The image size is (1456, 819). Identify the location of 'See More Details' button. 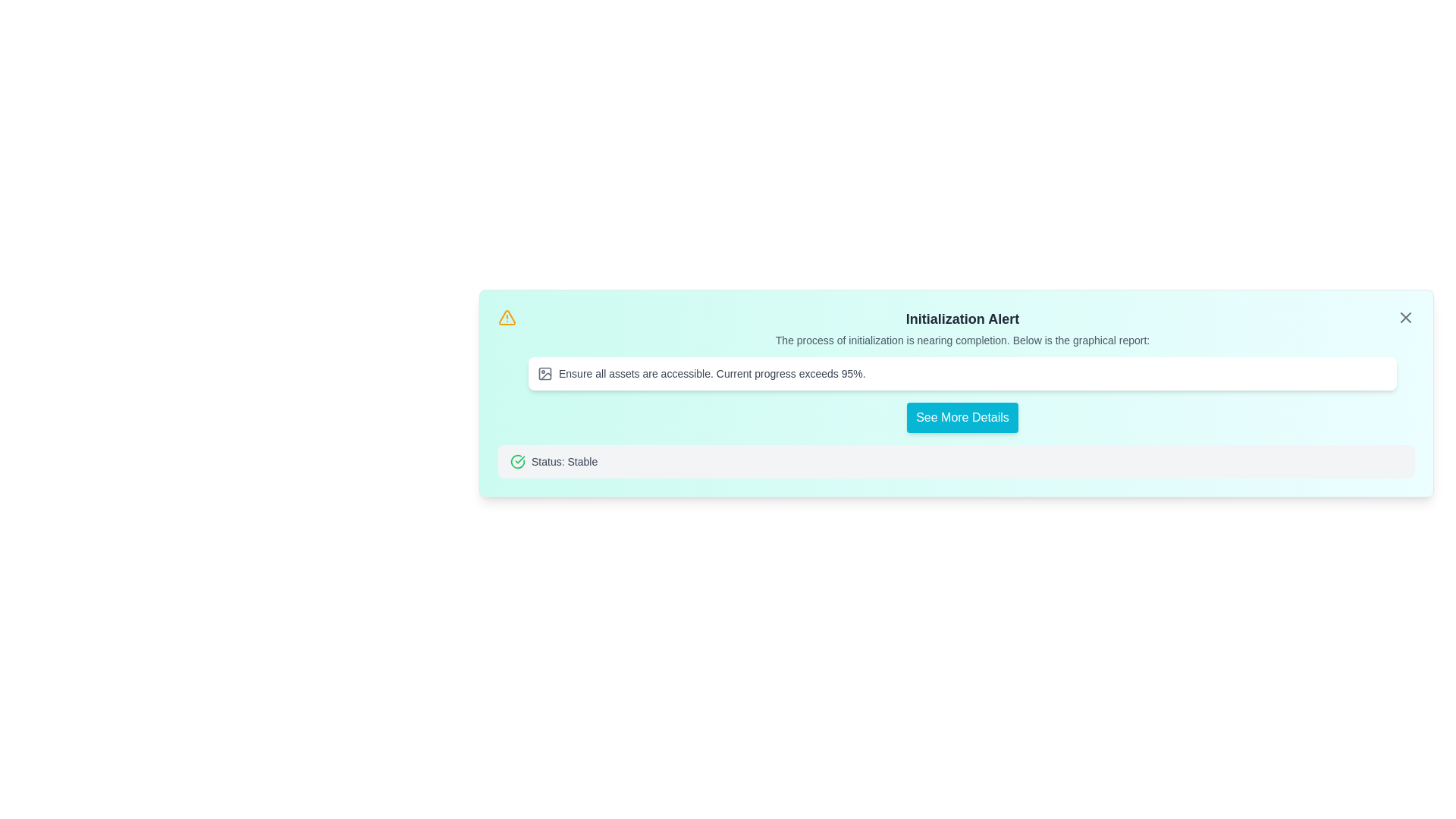
(962, 418).